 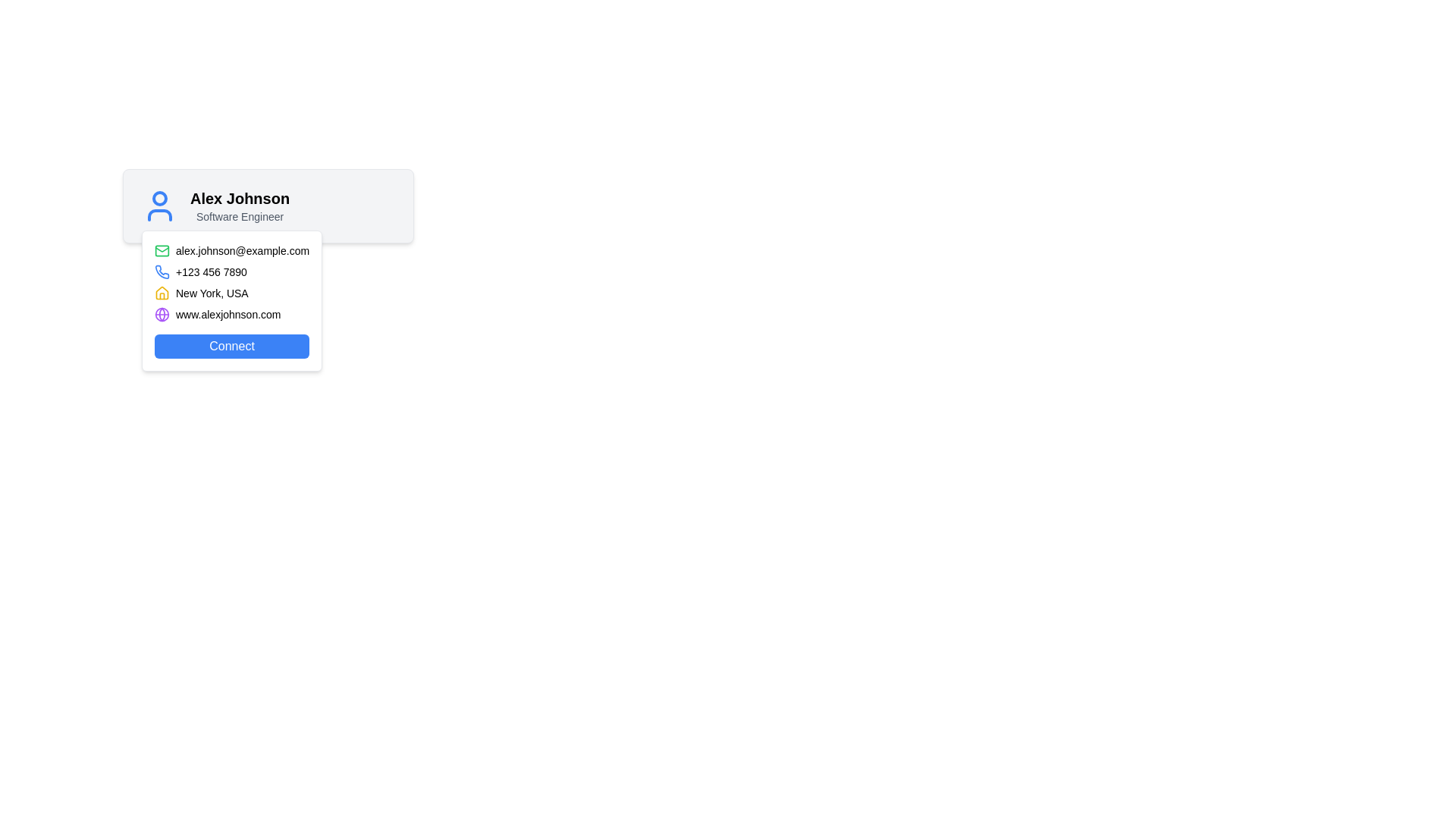 I want to click on the phone number icon located next to the contact phone number '+123 456 7890', so click(x=162, y=271).